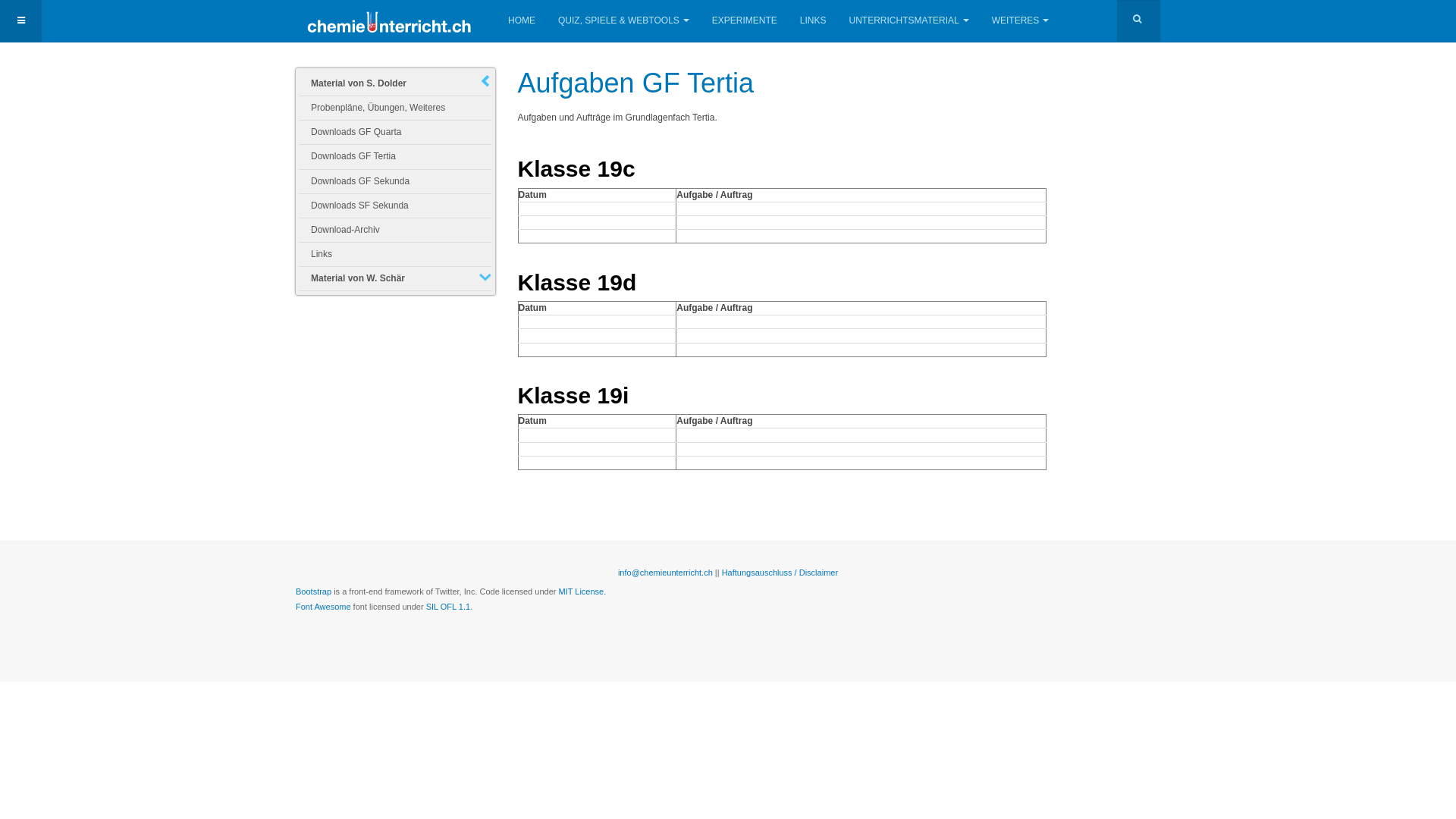 This screenshot has width=1456, height=819. I want to click on 'Material von S. Dolder', so click(395, 83).